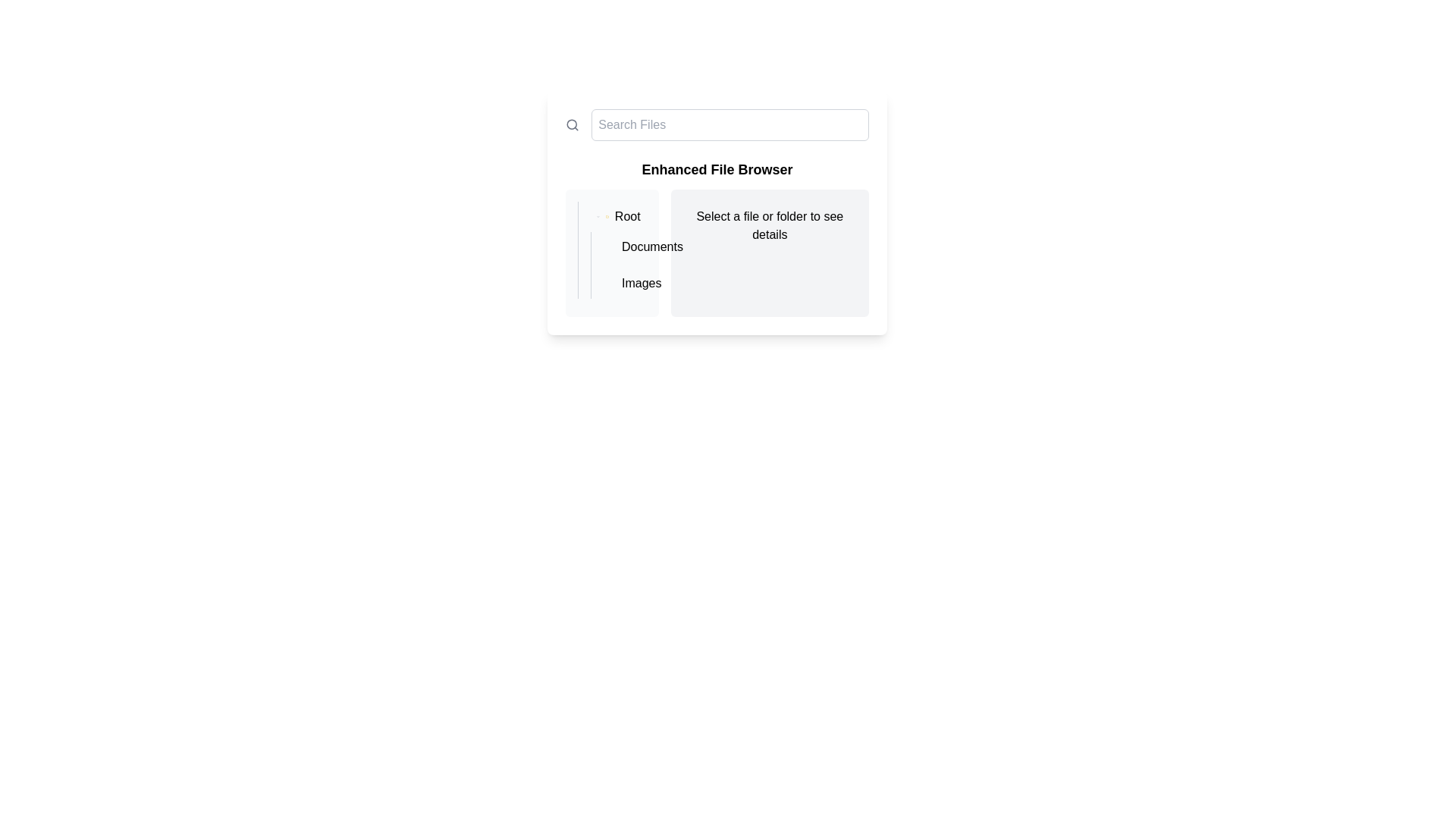 This screenshot has height=819, width=1456. What do you see at coordinates (627, 216) in the screenshot?
I see `the root folder label` at bounding box center [627, 216].